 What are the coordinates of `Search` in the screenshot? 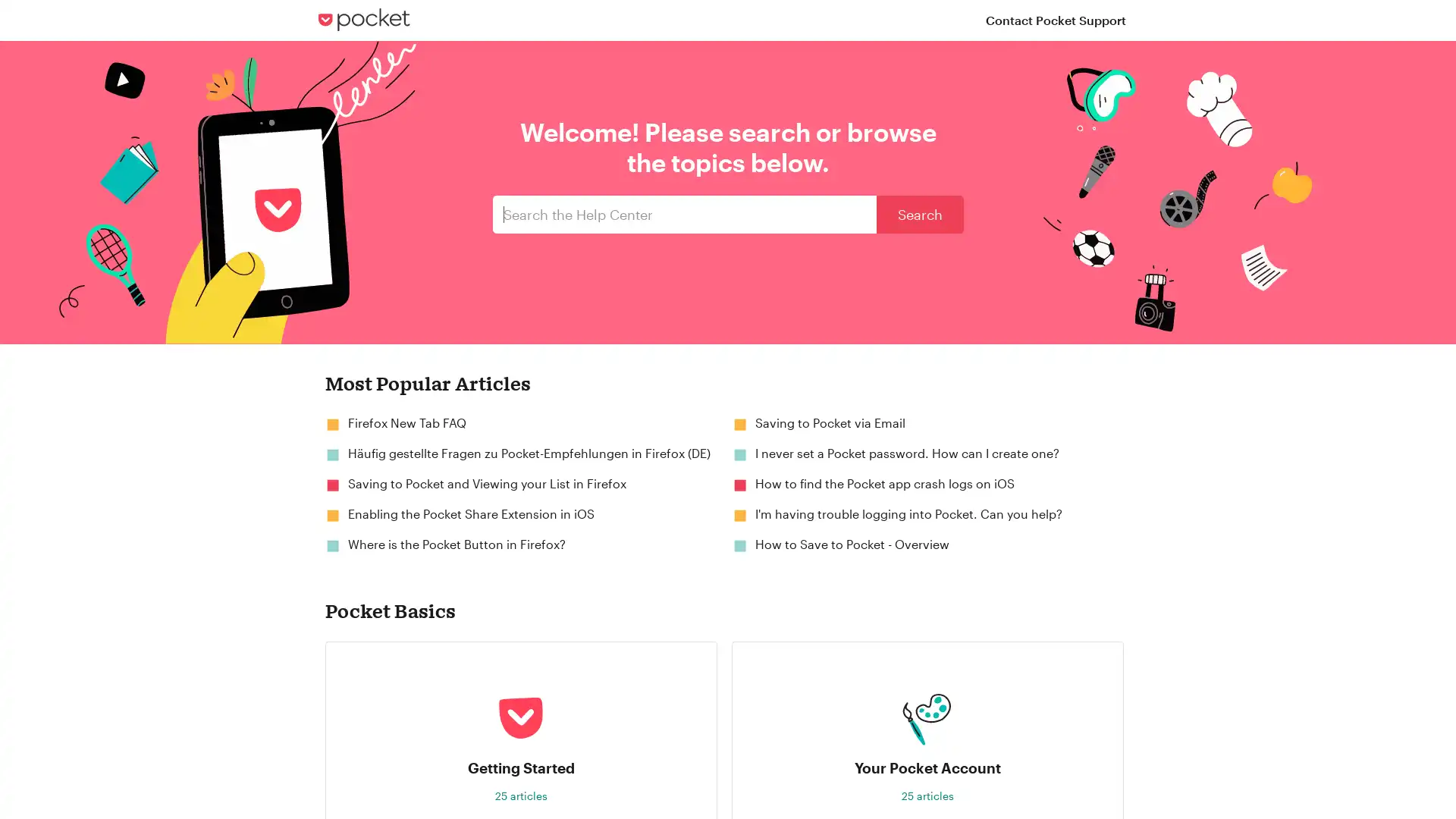 It's located at (919, 214).